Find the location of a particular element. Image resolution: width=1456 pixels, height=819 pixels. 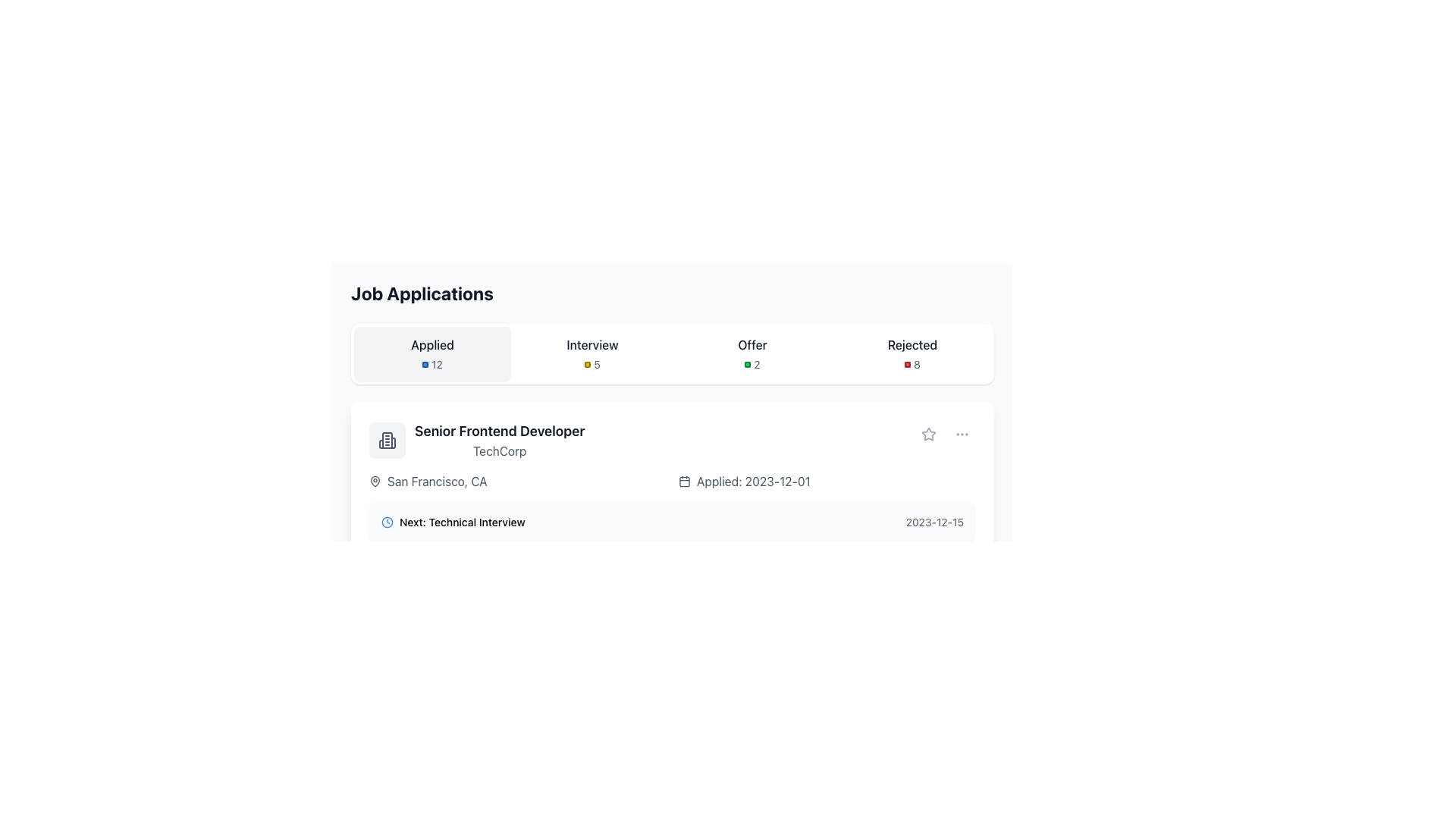

the label text reading 'TechCorp' which is styled in gray color and positioned below 'Senior Frontend Developer' in the job details section is located at coordinates (500, 450).